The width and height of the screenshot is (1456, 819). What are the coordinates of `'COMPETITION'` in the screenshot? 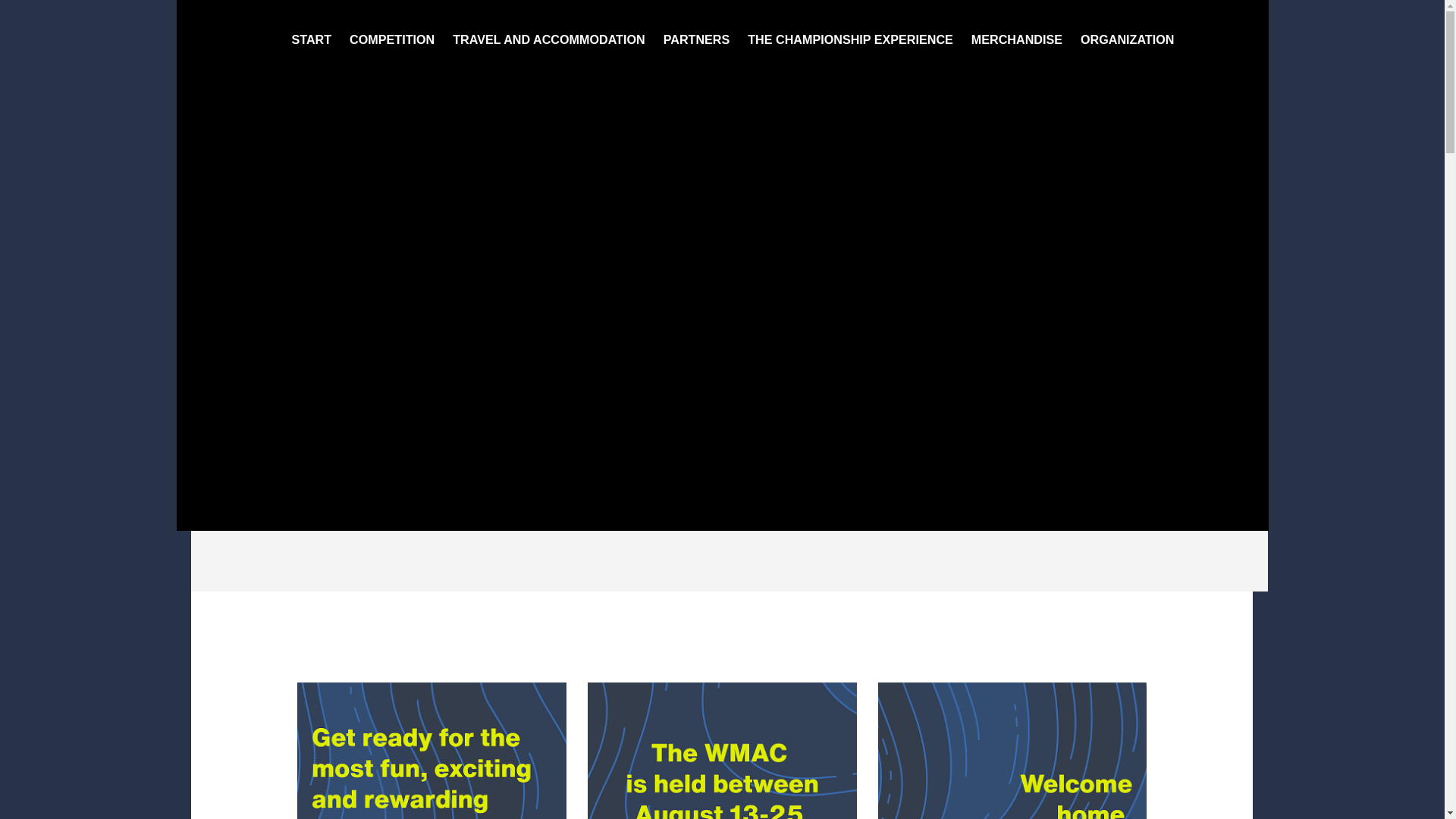 It's located at (392, 38).